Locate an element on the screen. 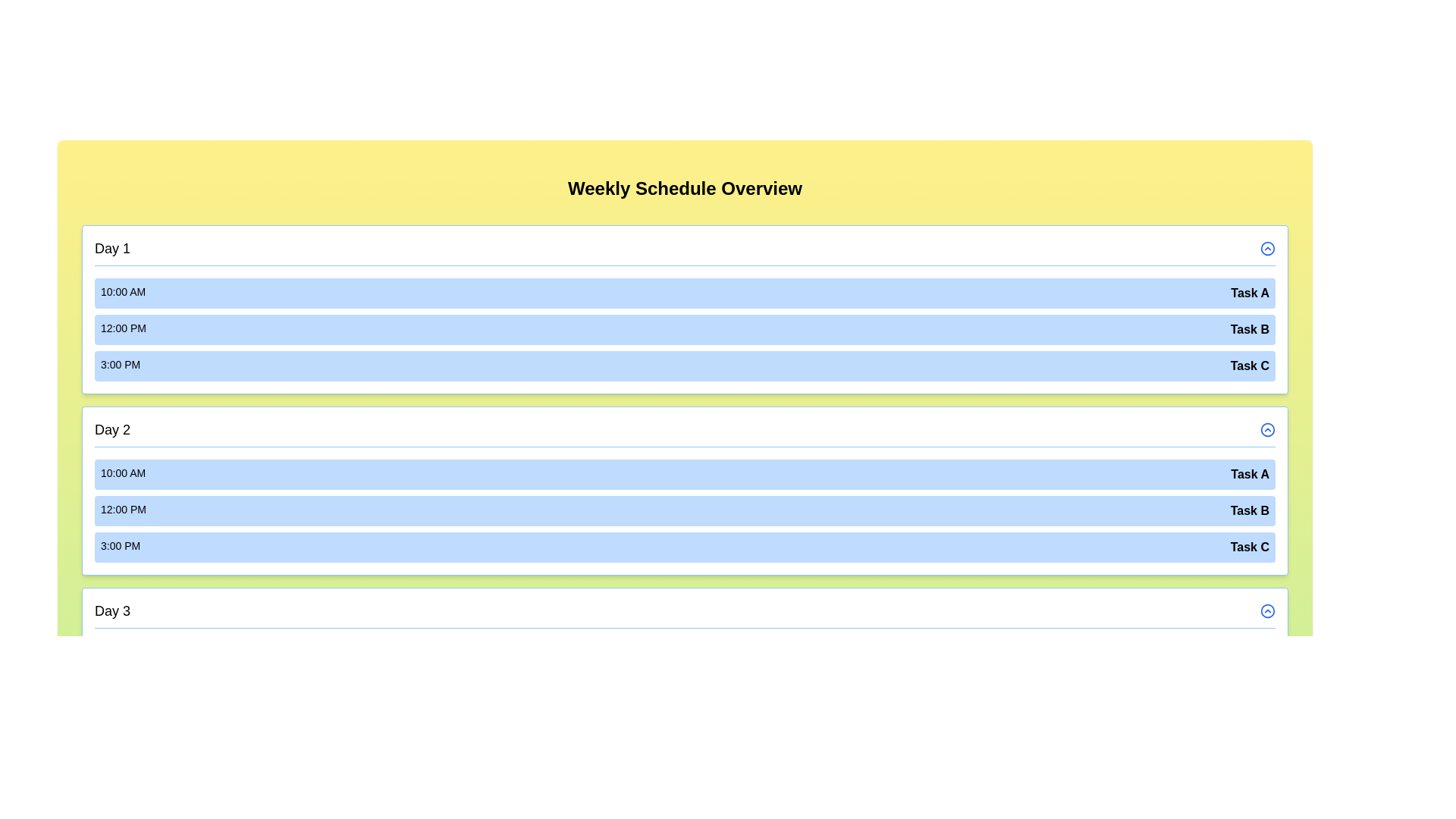 This screenshot has height=819, width=1456. the event Task A for day Day 1 is located at coordinates (684, 293).